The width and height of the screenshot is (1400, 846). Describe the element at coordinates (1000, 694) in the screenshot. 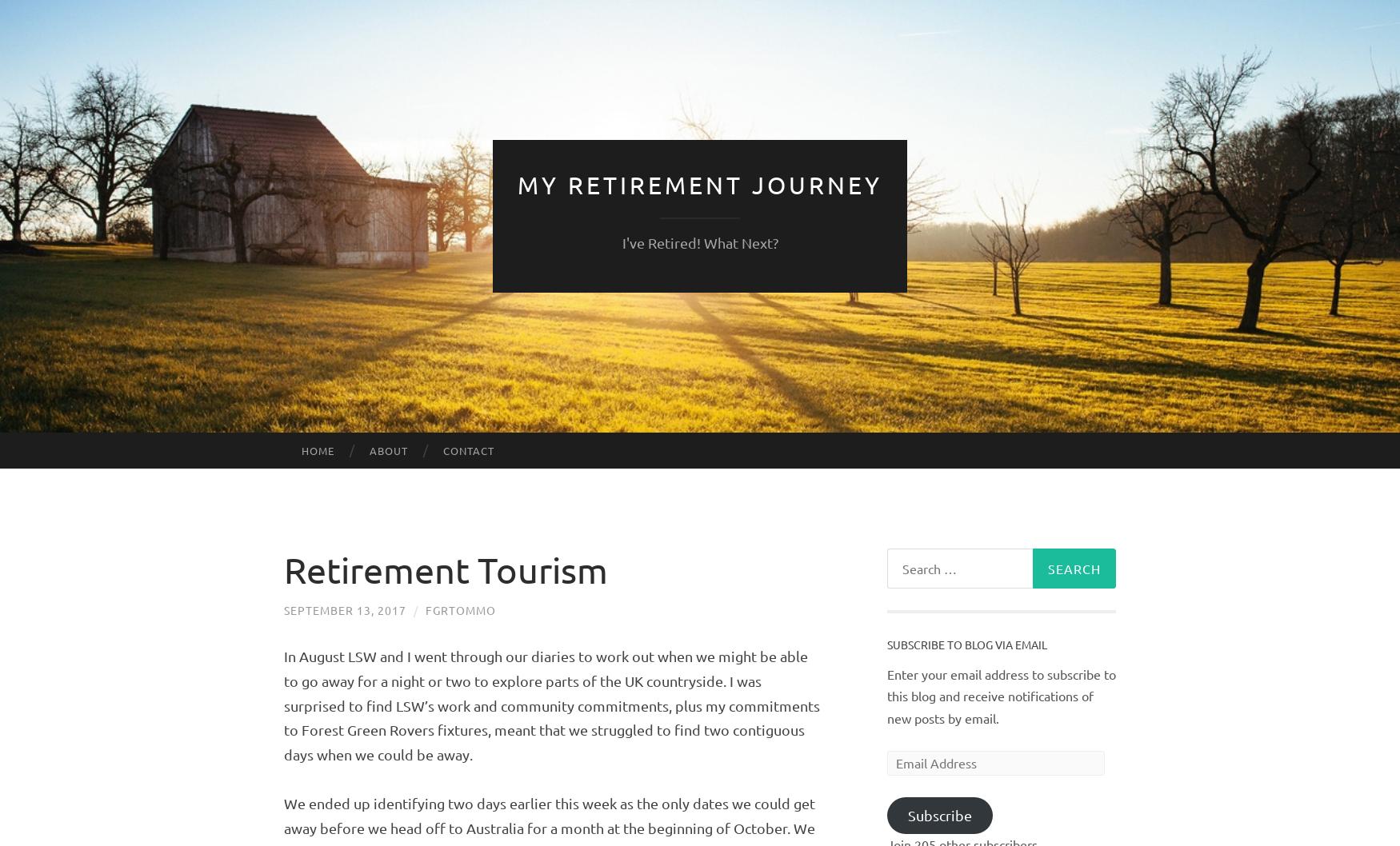

I see `'Enter your email address to subscribe to this blog and receive notifications of new posts by email.'` at that location.